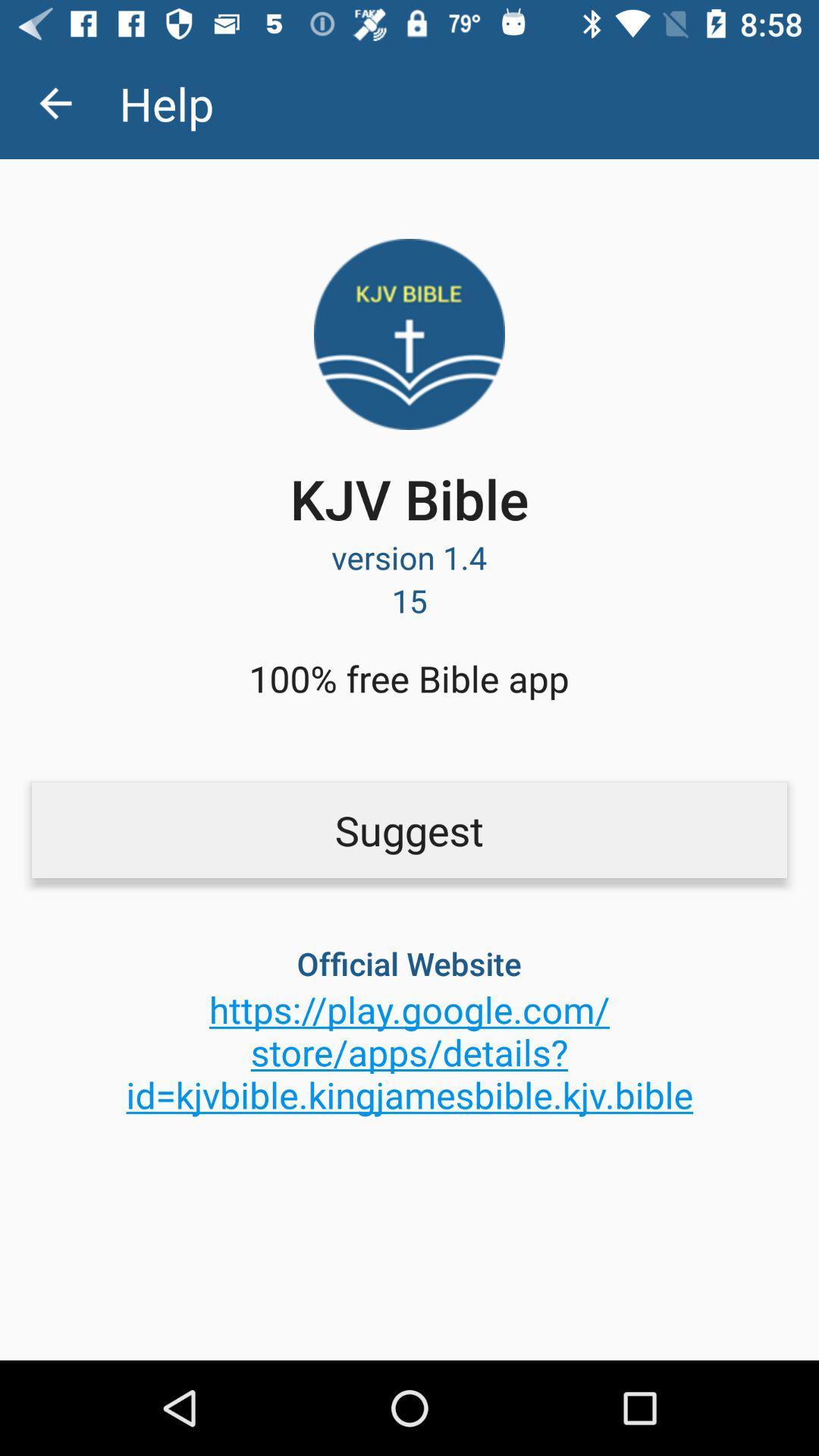 This screenshot has height=1456, width=819. I want to click on icon above suggest icon, so click(55, 102).